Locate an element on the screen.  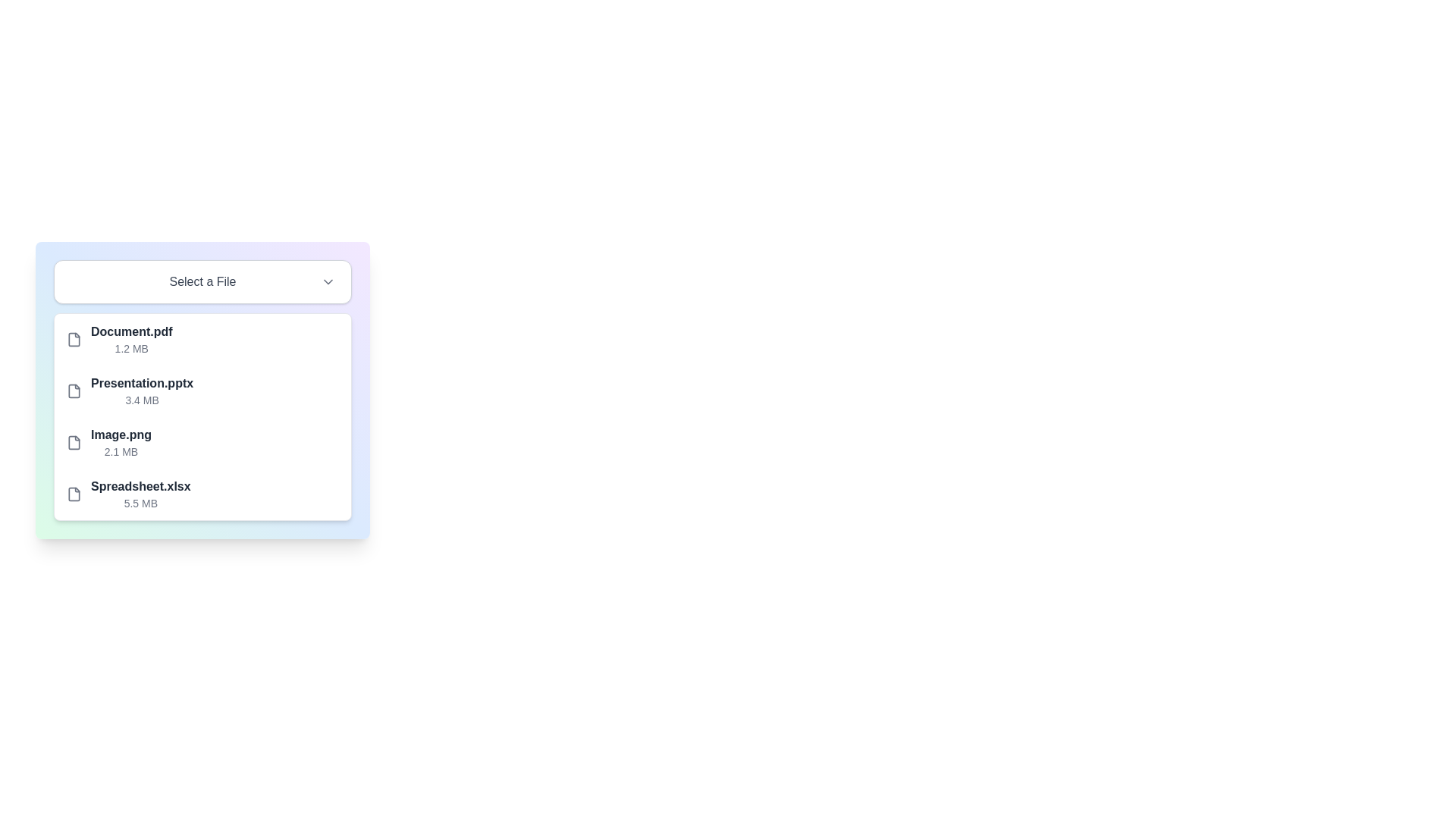
the second list item indicating the file titled 'Presentation.pptx' is located at coordinates (142, 391).